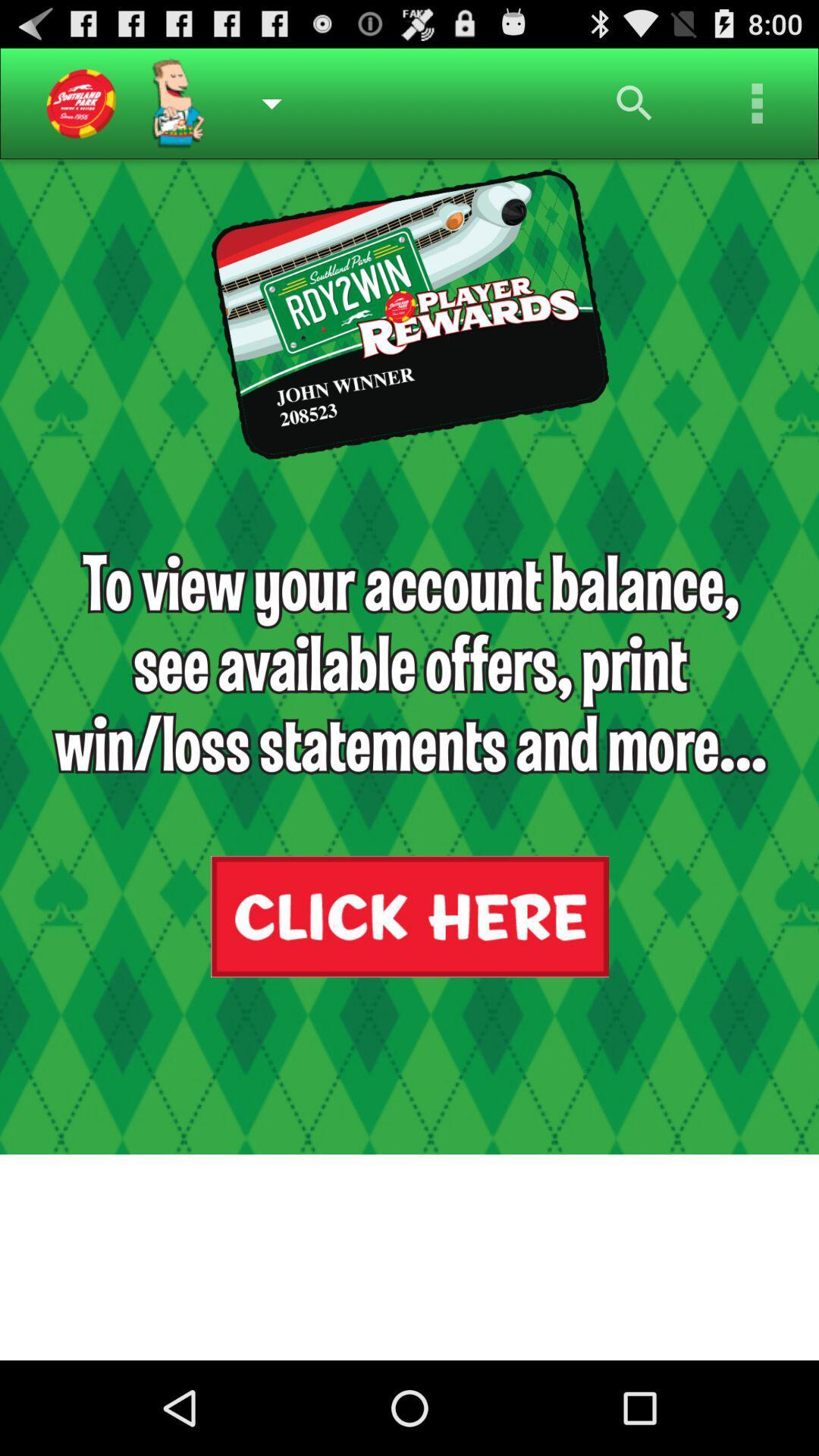 Image resolution: width=819 pixels, height=1456 pixels. Describe the element at coordinates (758, 102) in the screenshot. I see `open the menu` at that location.